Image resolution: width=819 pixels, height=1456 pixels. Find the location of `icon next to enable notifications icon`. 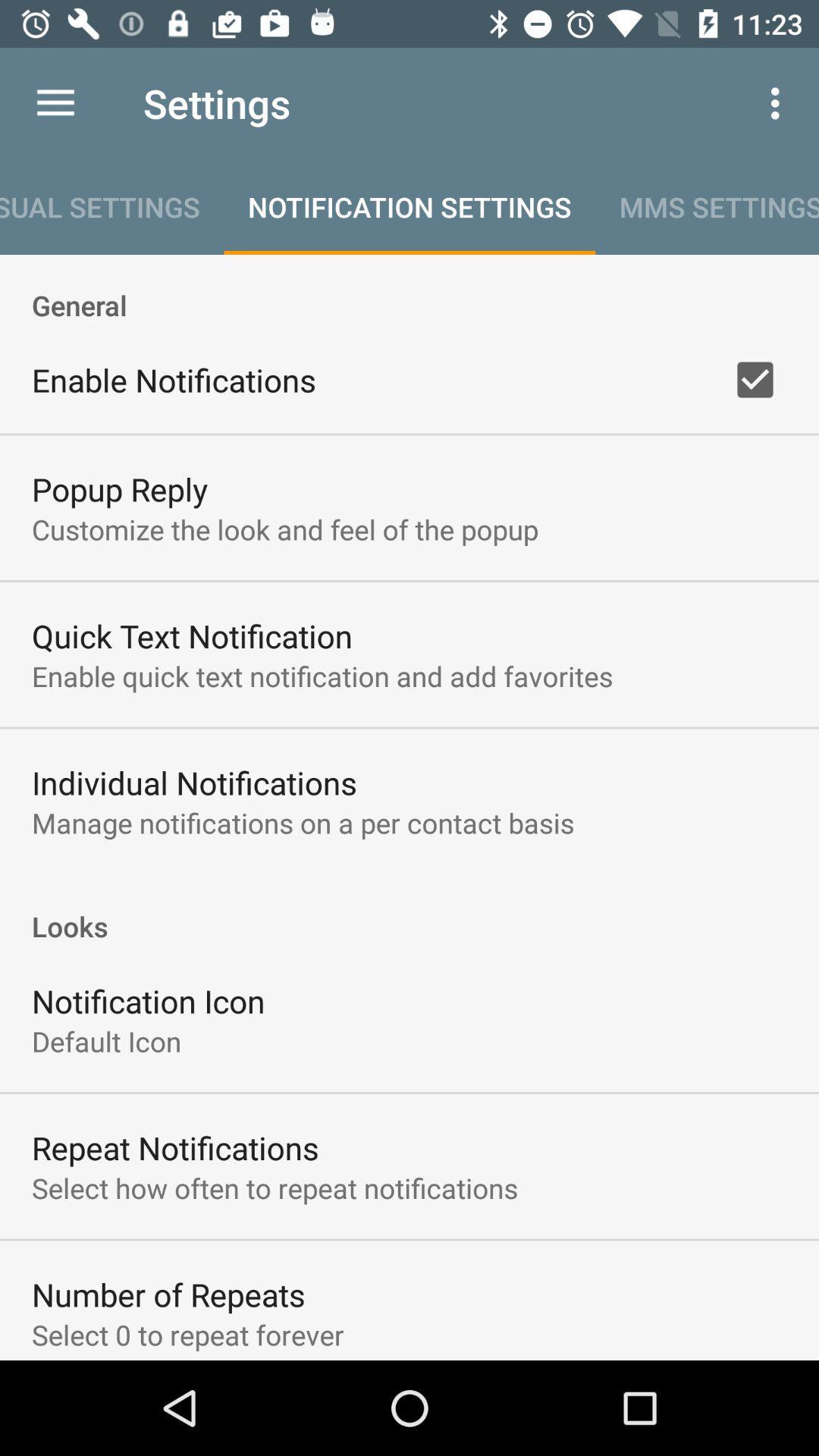

icon next to enable notifications icon is located at coordinates (755, 379).